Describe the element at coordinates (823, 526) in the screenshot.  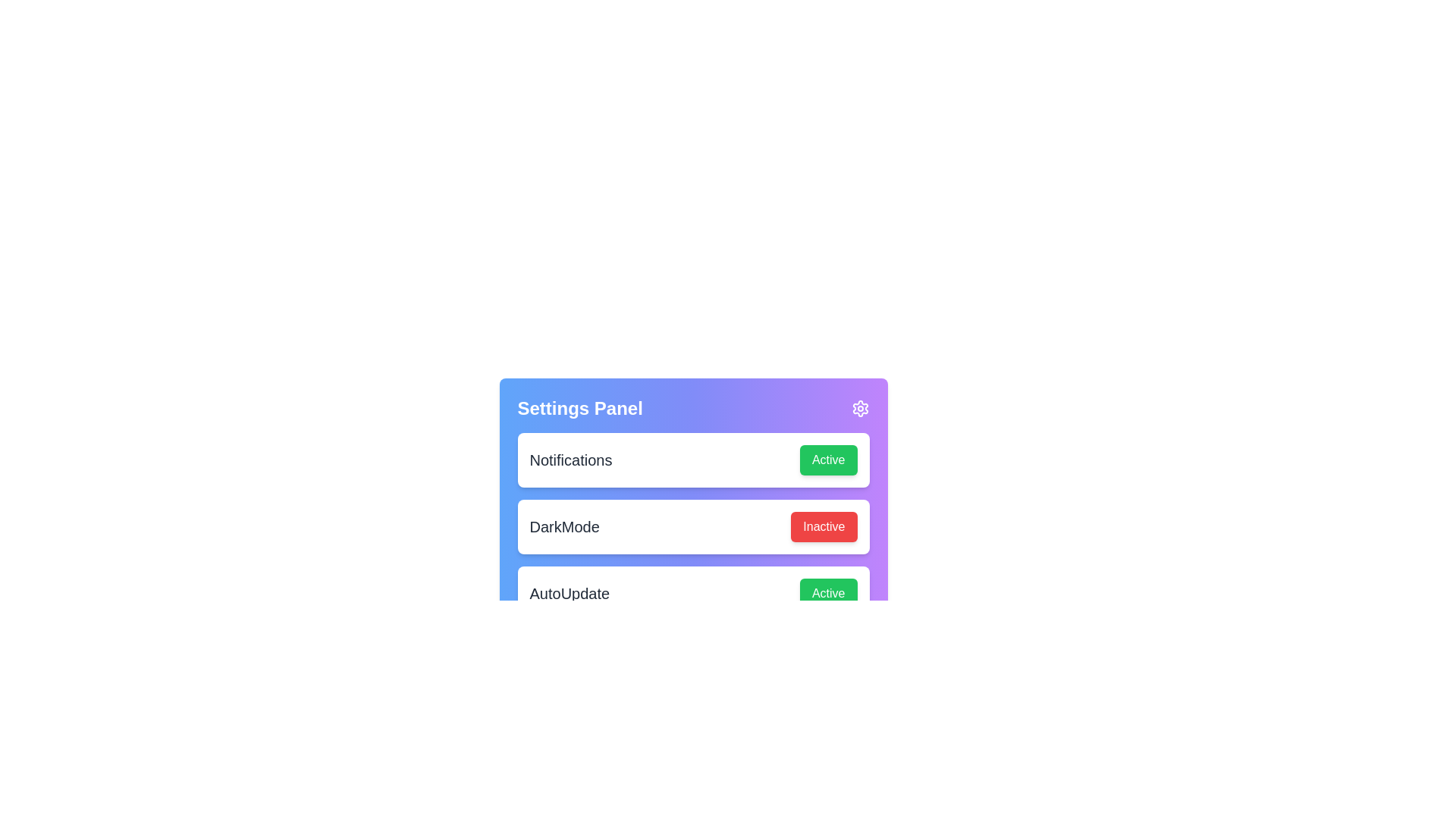
I see `the button labeled Inactive (DarkMode) to observe its hover effect` at that location.